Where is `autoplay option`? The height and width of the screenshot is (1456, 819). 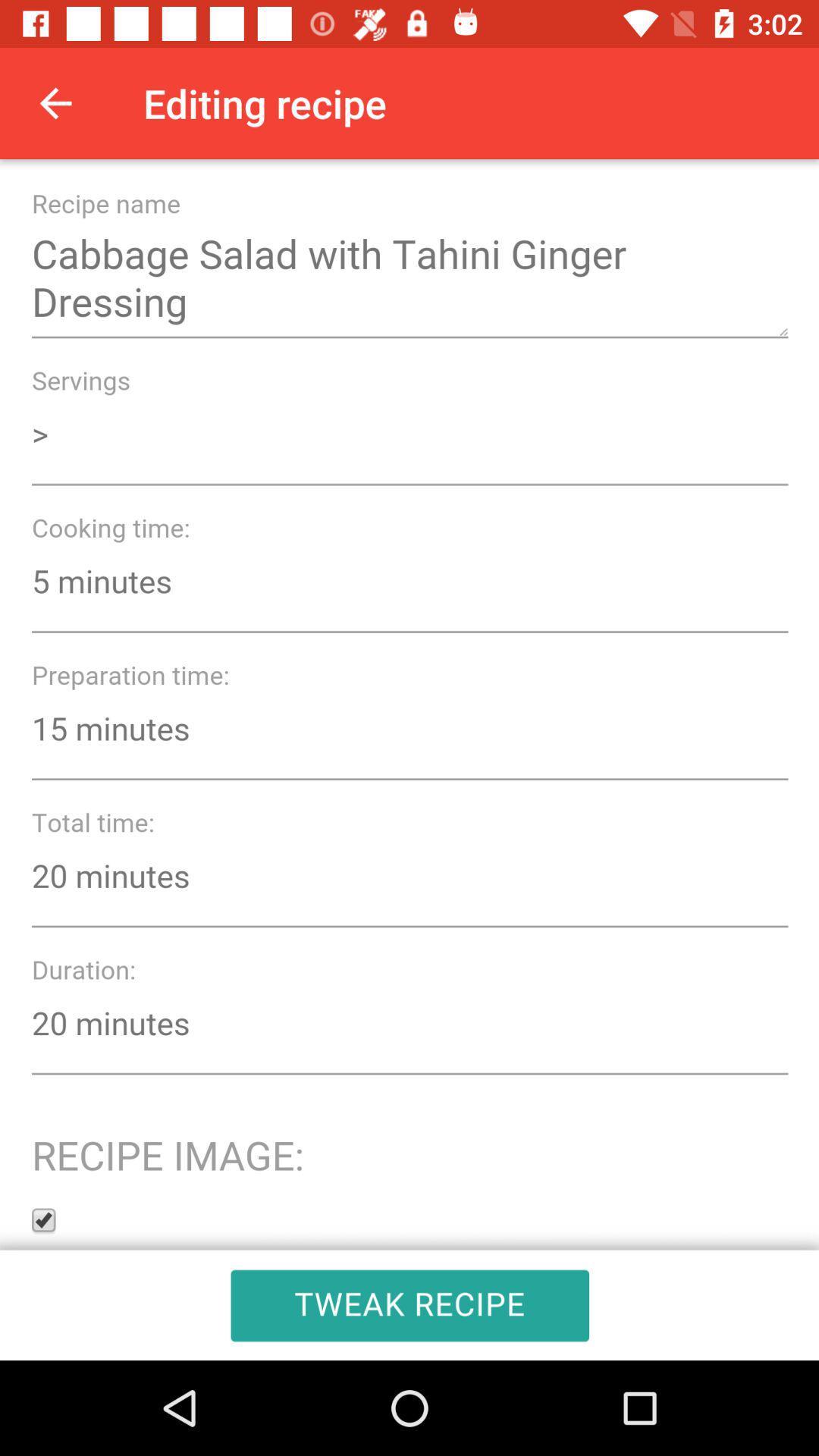
autoplay option is located at coordinates (409, 760).